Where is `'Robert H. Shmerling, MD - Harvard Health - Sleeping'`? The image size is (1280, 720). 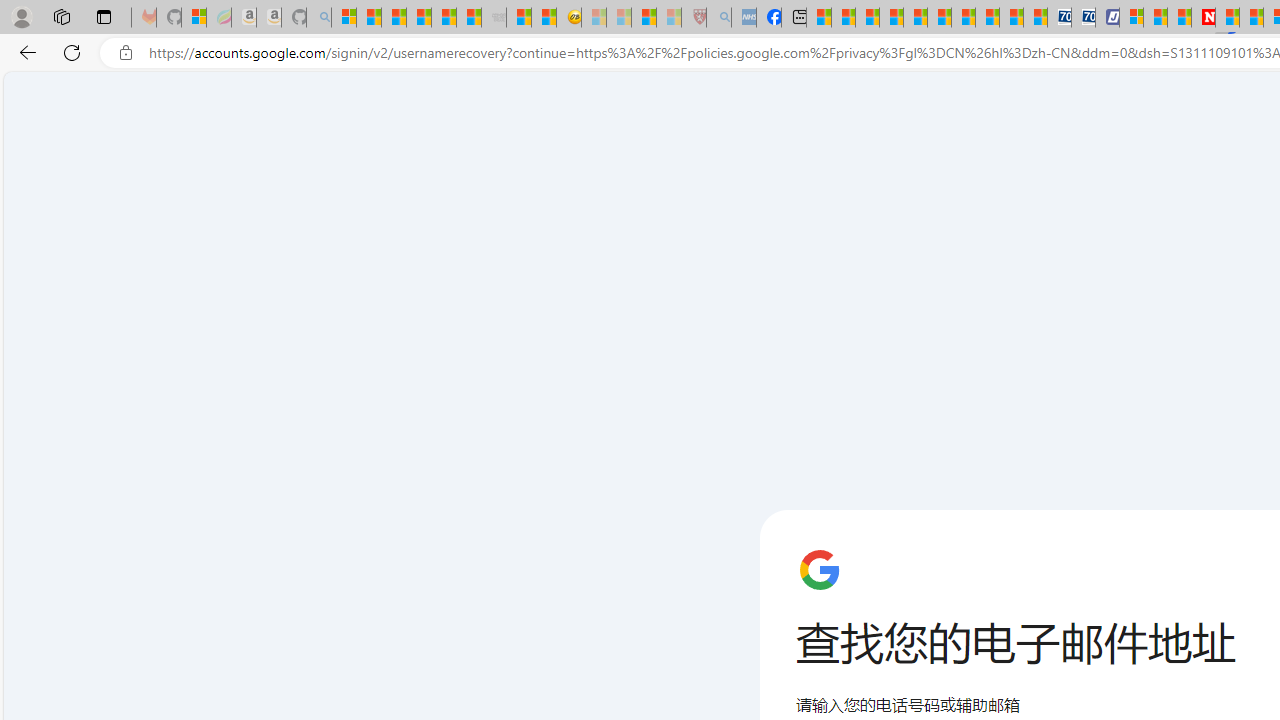 'Robert H. Shmerling, MD - Harvard Health - Sleeping' is located at coordinates (694, 17).